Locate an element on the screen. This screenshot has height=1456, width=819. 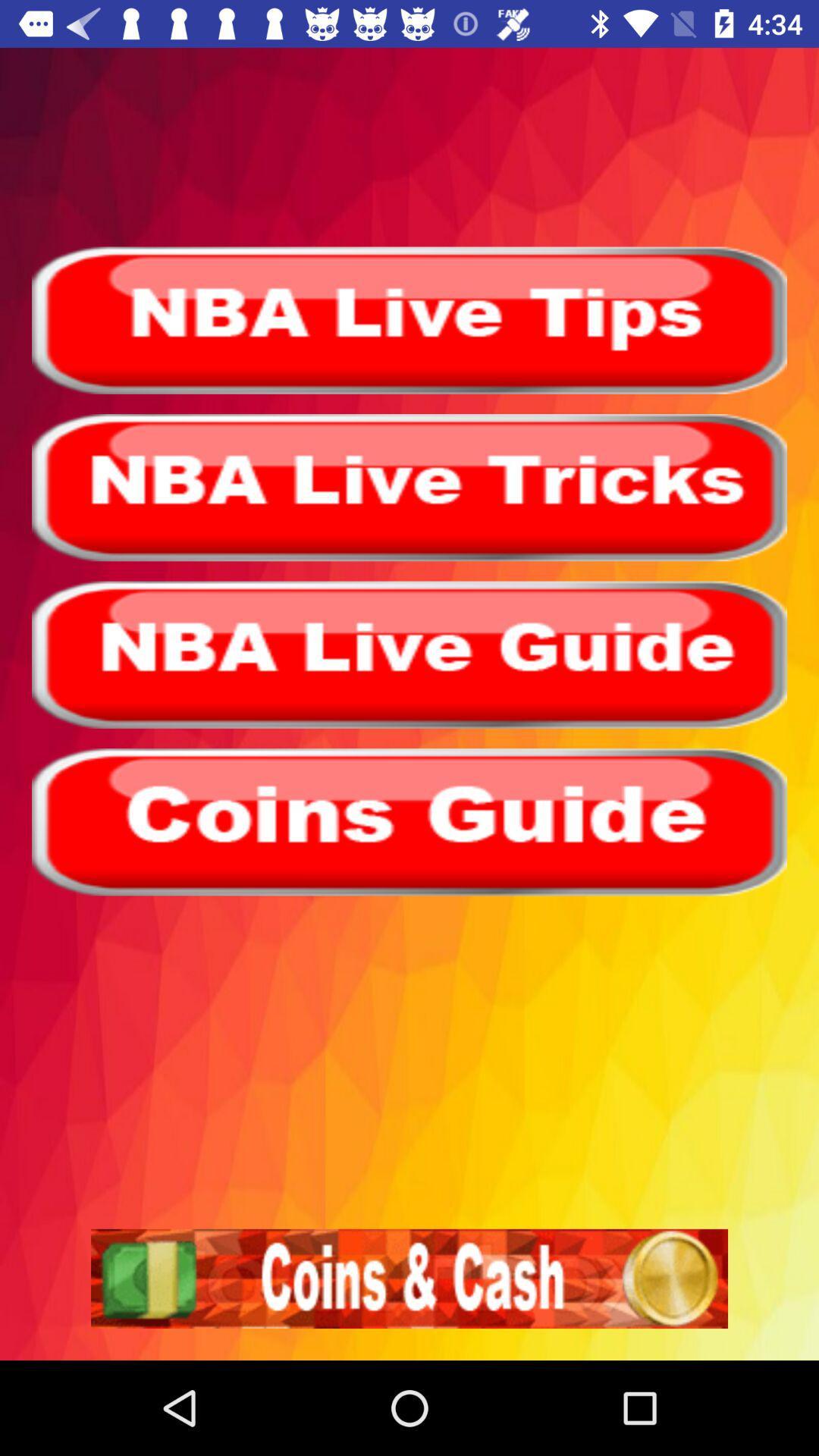
access live guide is located at coordinates (409, 654).